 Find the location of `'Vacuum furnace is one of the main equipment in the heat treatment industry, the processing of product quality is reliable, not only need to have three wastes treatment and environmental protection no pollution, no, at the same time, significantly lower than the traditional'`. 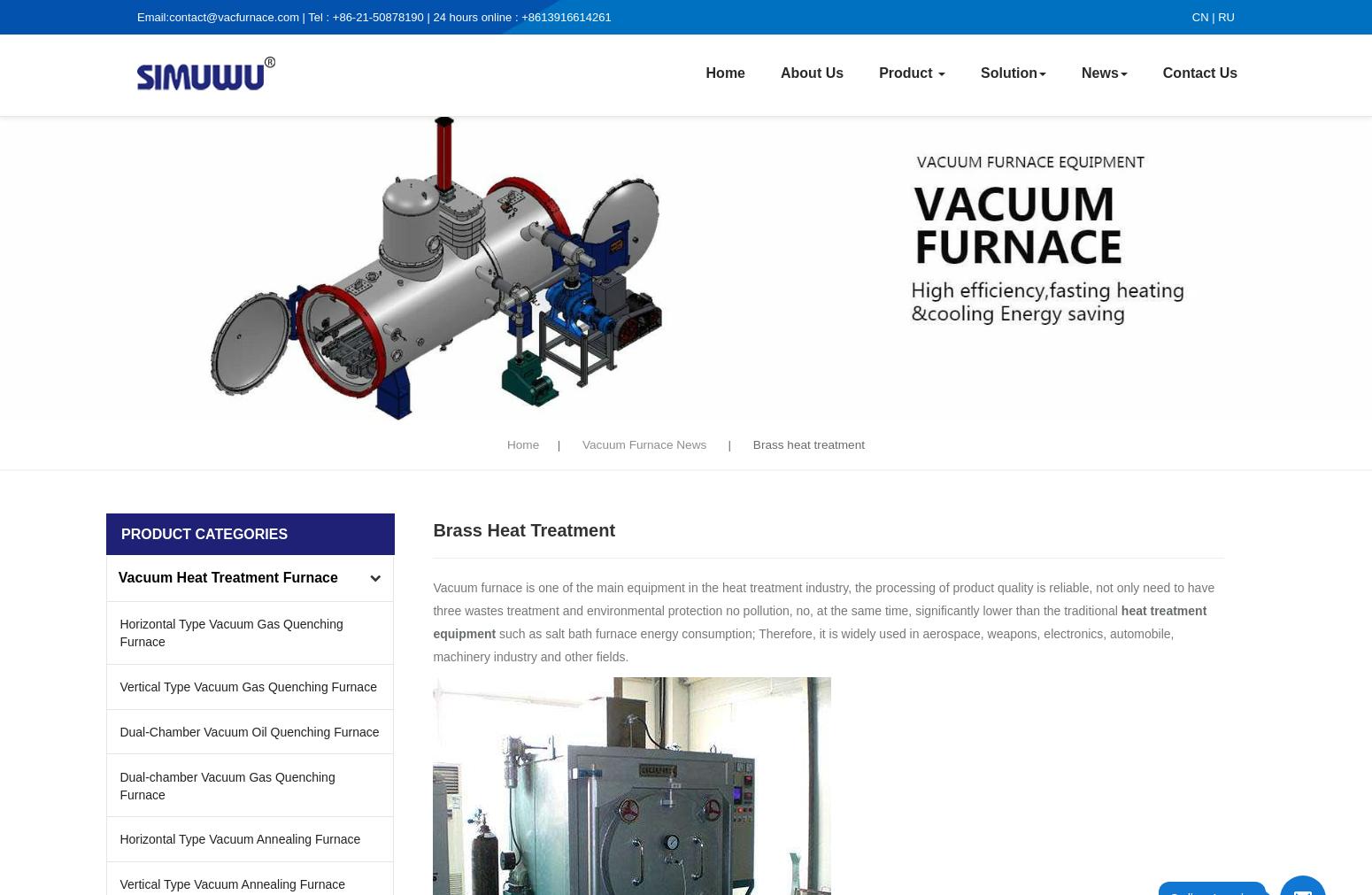

'Vacuum furnace is one of the main equipment in the heat treatment industry, the processing of product quality is reliable, not only need to have three wastes treatment and environmental protection no pollution, no, at the same time, significantly lower than the traditional' is located at coordinates (823, 597).